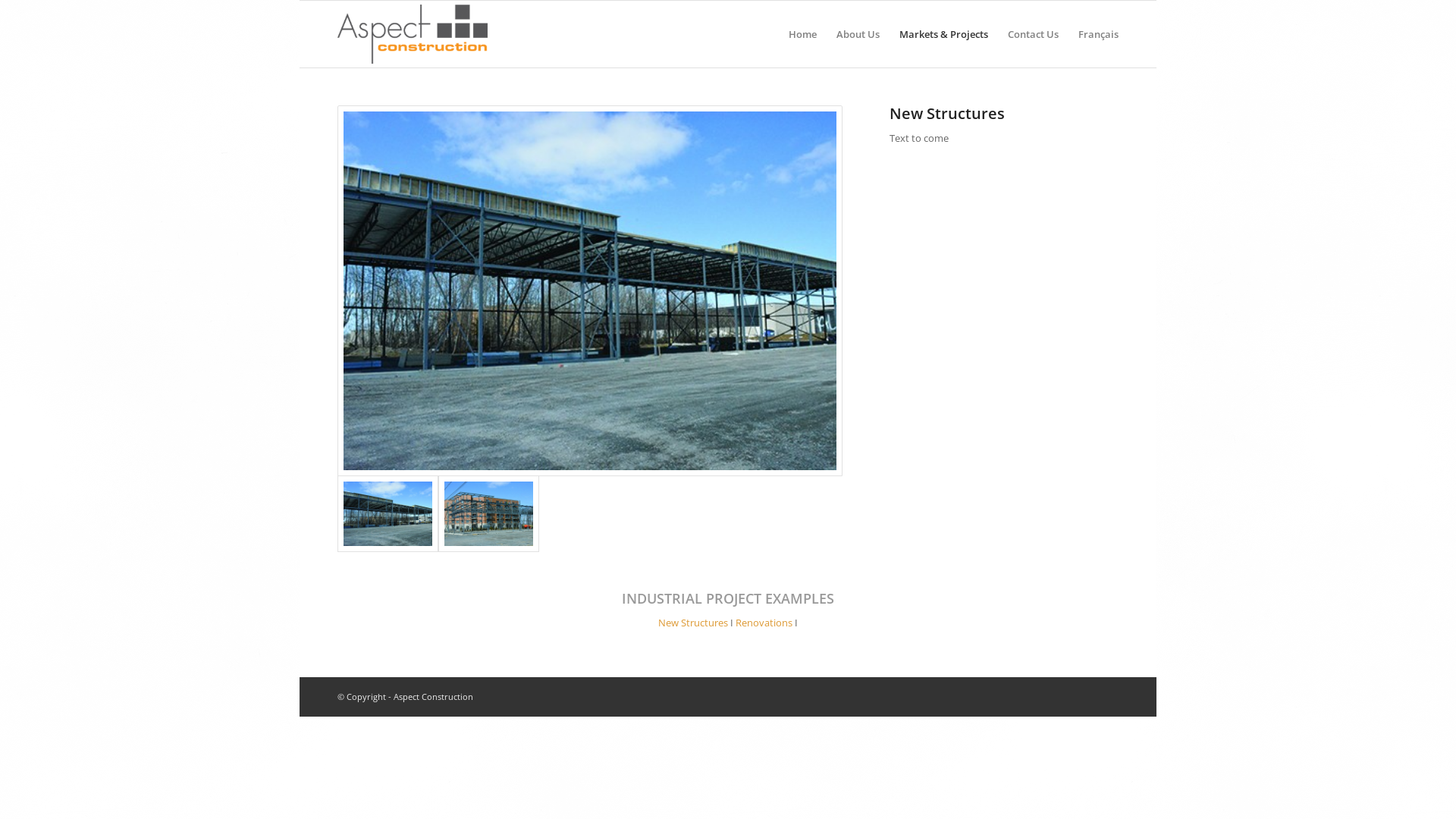 The width and height of the screenshot is (1456, 819). I want to click on 'Photo de structure1', so click(342, 290).